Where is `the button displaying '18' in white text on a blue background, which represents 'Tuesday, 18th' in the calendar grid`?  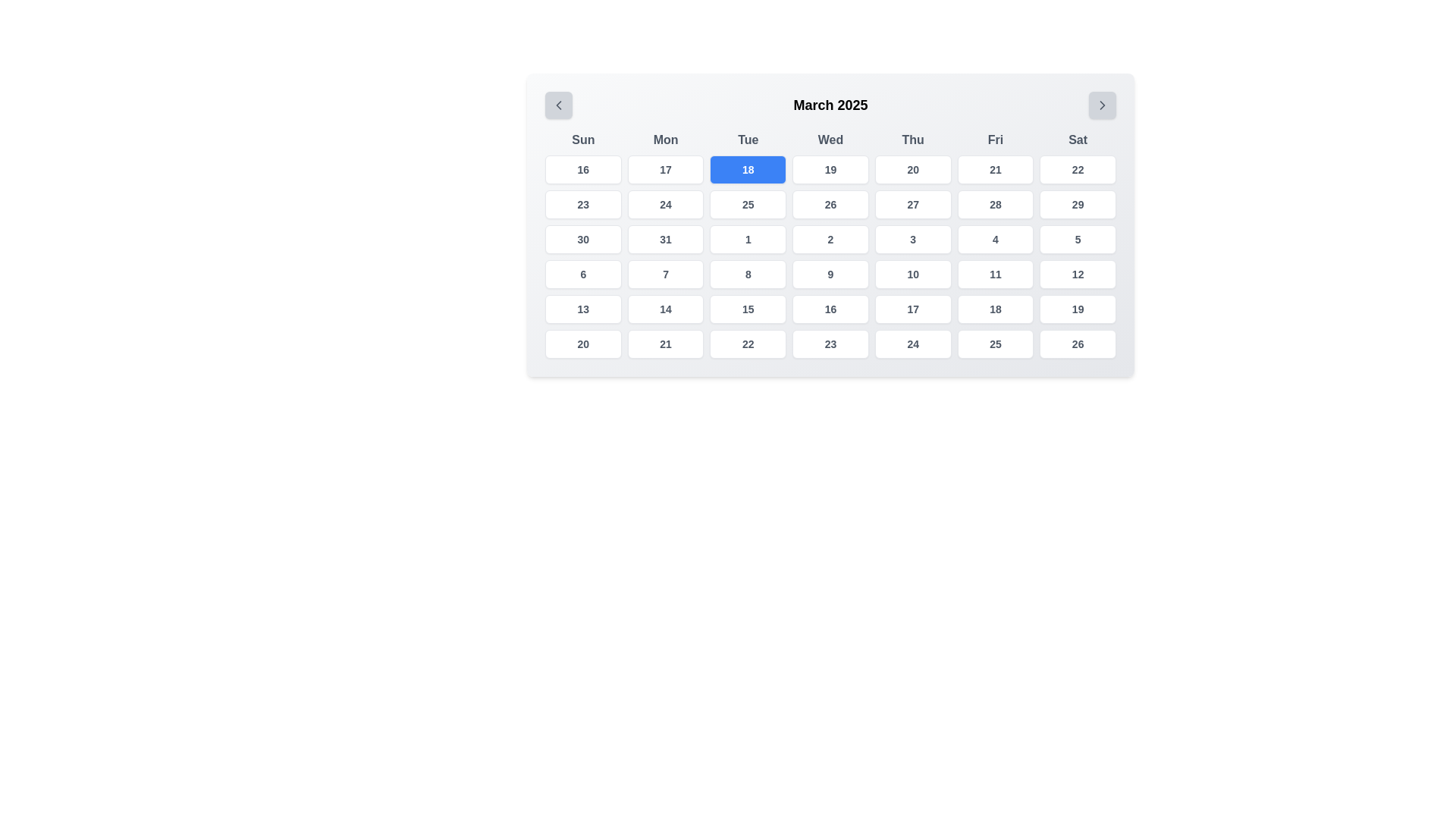 the button displaying '18' in white text on a blue background, which represents 'Tuesday, 18th' in the calendar grid is located at coordinates (748, 169).